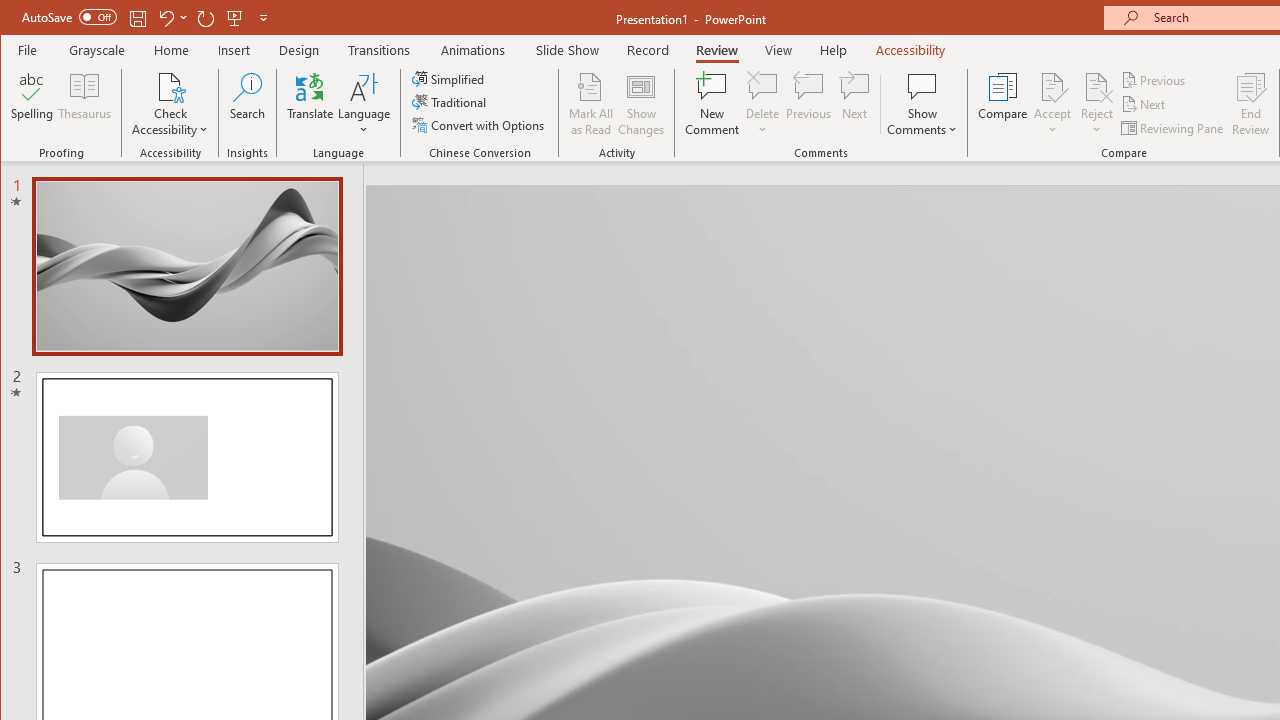  I want to click on 'Mark All as Read', so click(590, 104).